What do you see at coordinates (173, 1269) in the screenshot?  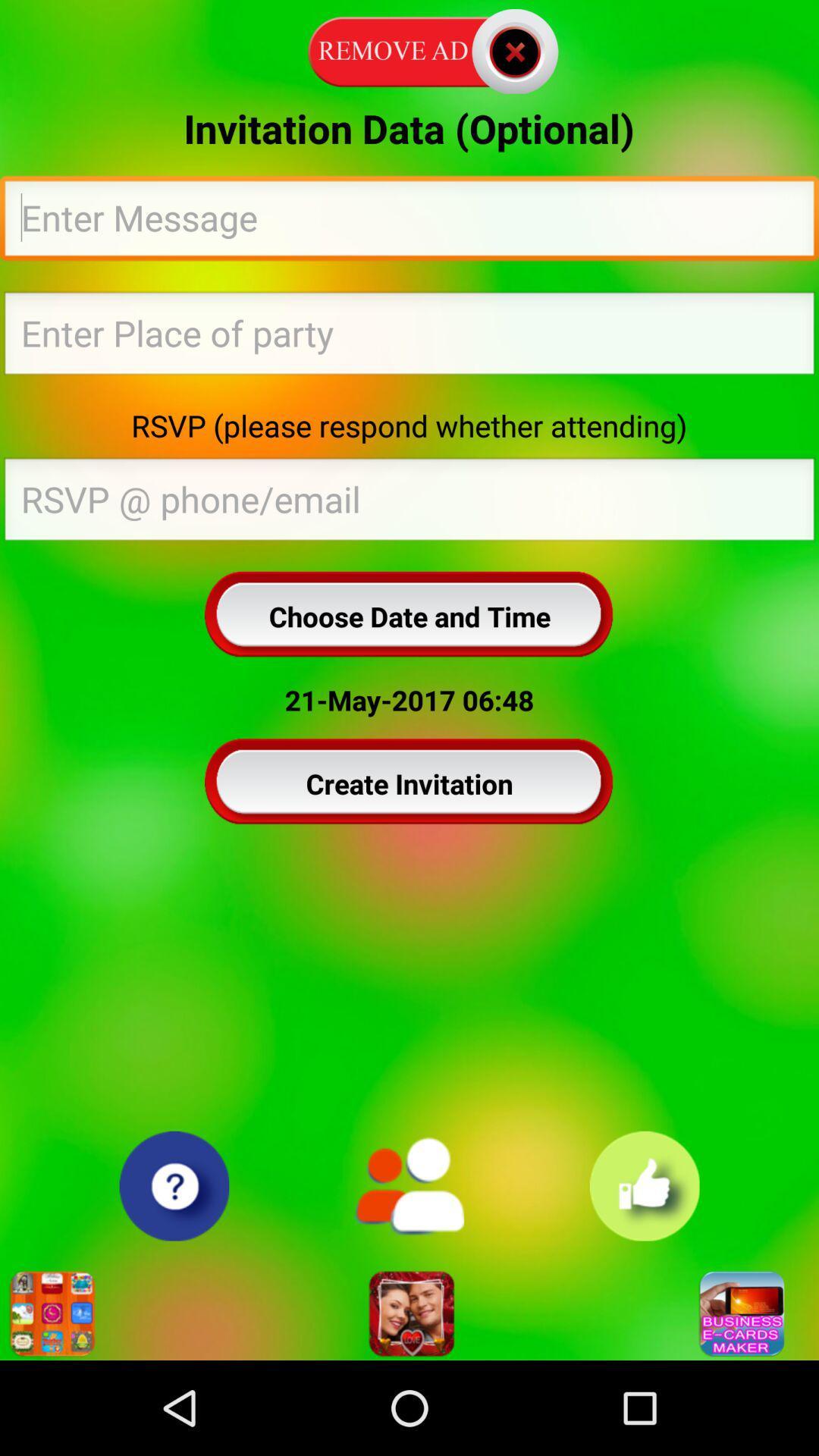 I see `the help icon` at bounding box center [173, 1269].